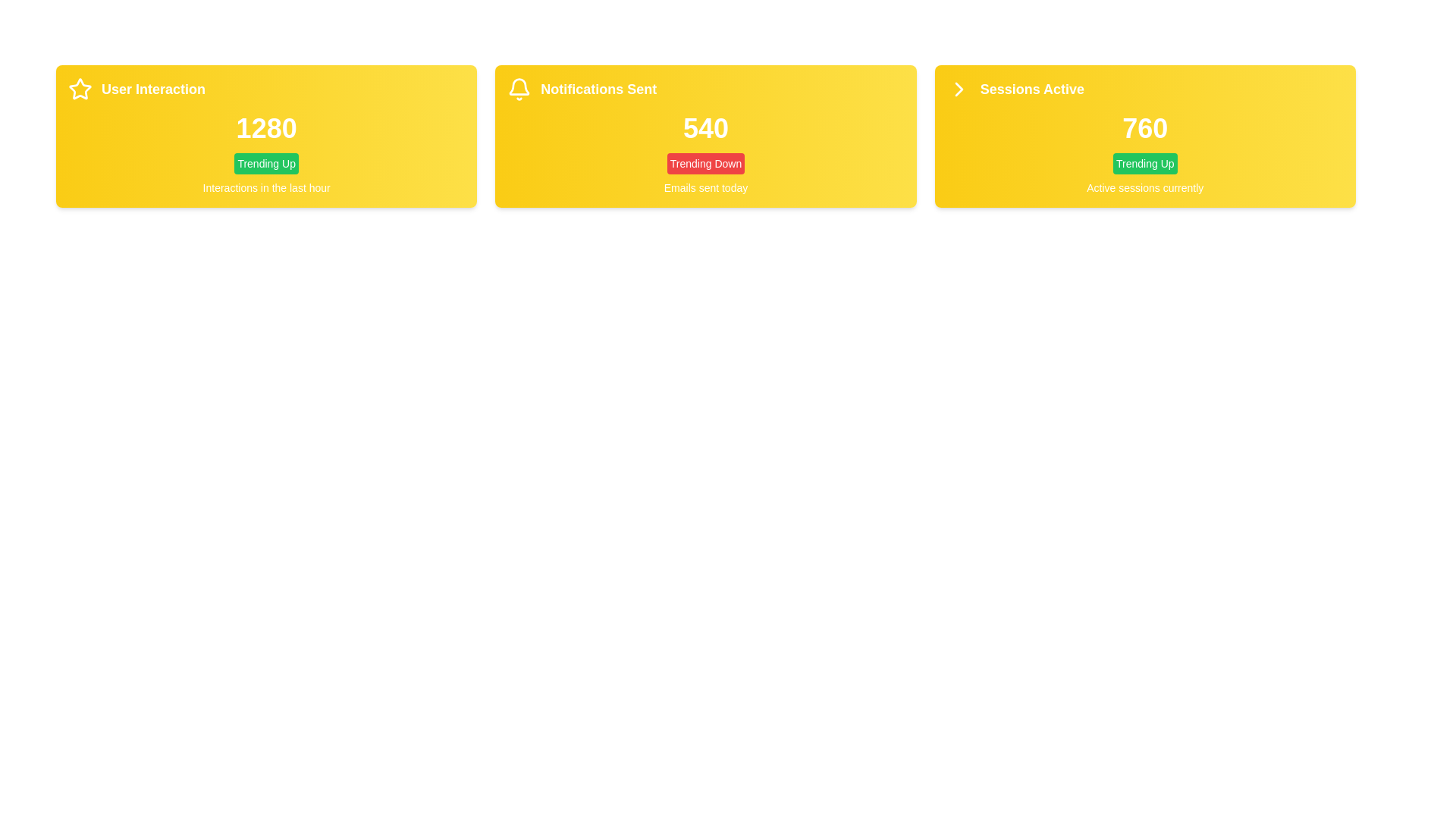  What do you see at coordinates (705, 164) in the screenshot?
I see `the label indicating the downward trend for 'Notifications Sent', located below the numeric label '540' and above 'Emails sent today' within the yellow card` at bounding box center [705, 164].